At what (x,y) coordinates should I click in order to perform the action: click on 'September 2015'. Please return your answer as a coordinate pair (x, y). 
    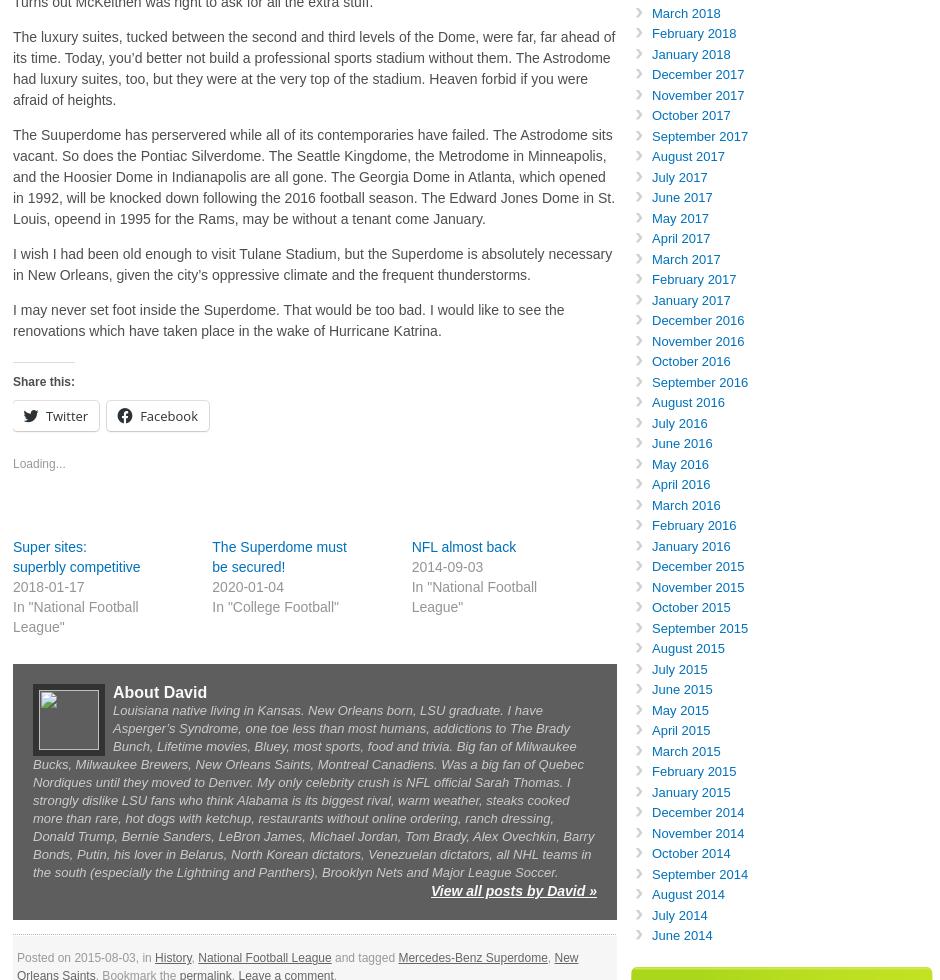
    Looking at the image, I should click on (699, 627).